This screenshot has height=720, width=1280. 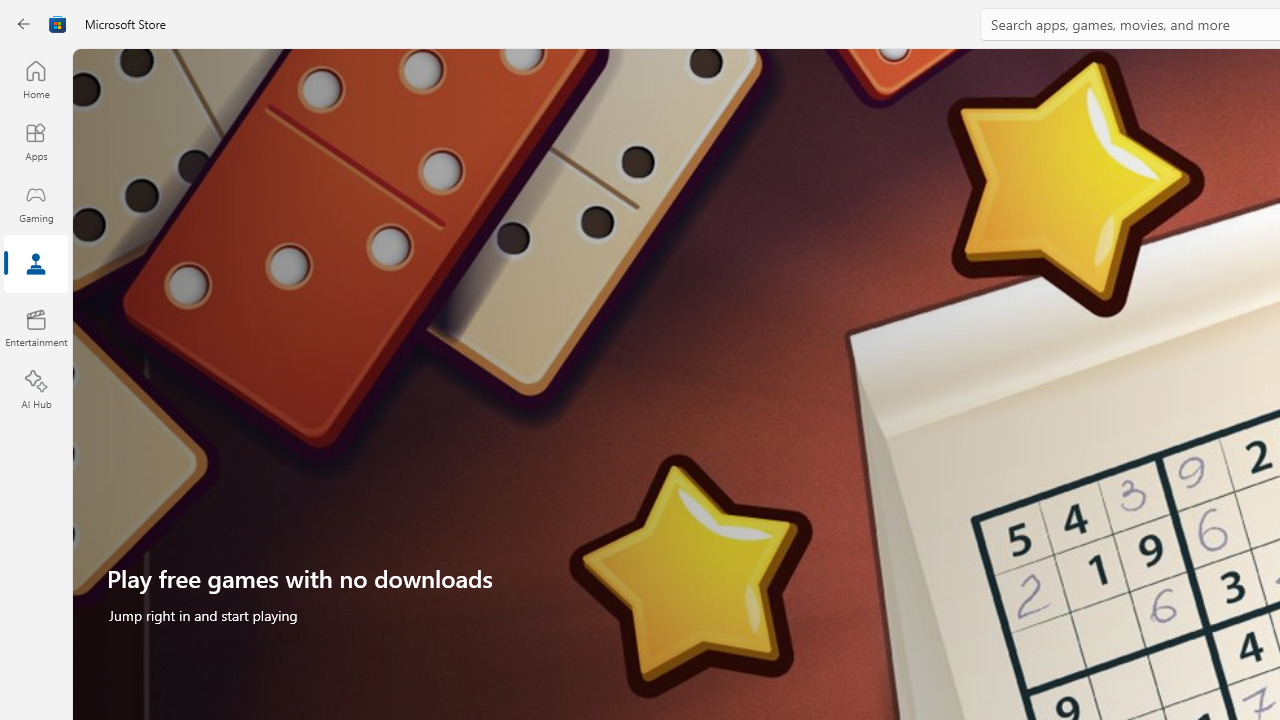 I want to click on 'Apps', so click(x=35, y=140).